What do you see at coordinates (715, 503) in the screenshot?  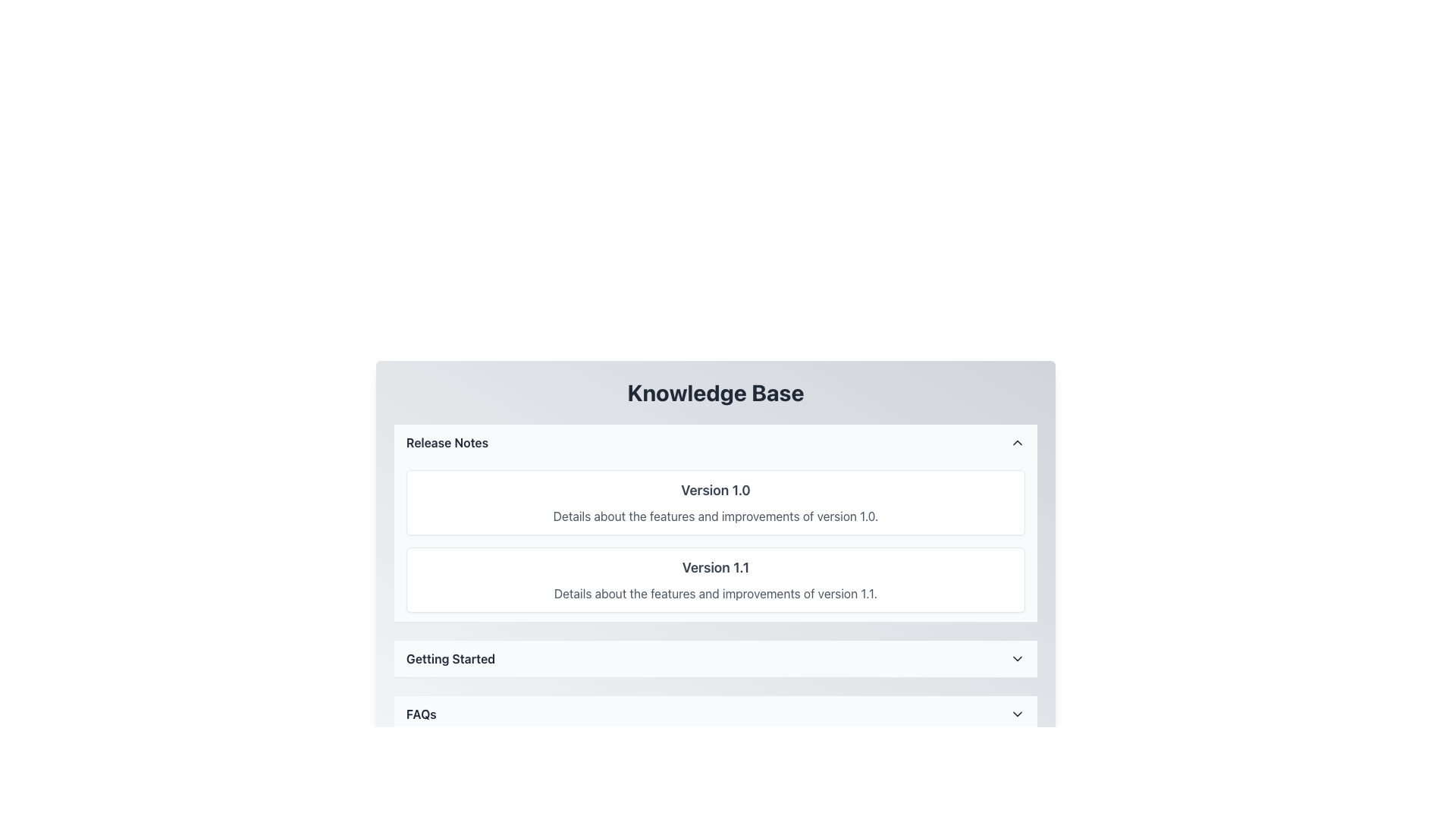 I see `the informational card or panel displaying features and improvements of version 1.0, located under the 'Release Notes' heading as the first item in the list` at bounding box center [715, 503].